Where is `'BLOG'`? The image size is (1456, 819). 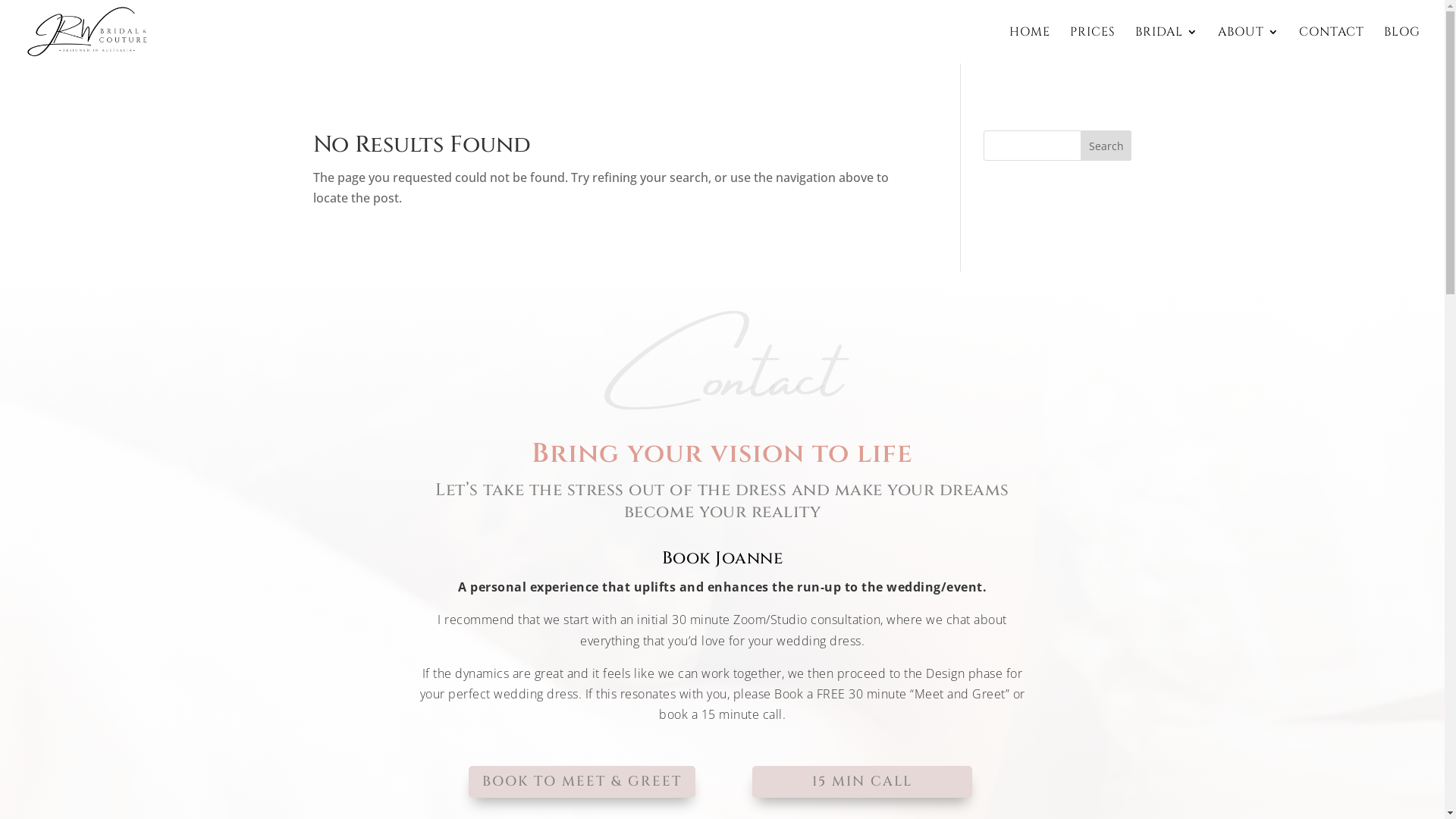
'BLOG' is located at coordinates (1383, 44).